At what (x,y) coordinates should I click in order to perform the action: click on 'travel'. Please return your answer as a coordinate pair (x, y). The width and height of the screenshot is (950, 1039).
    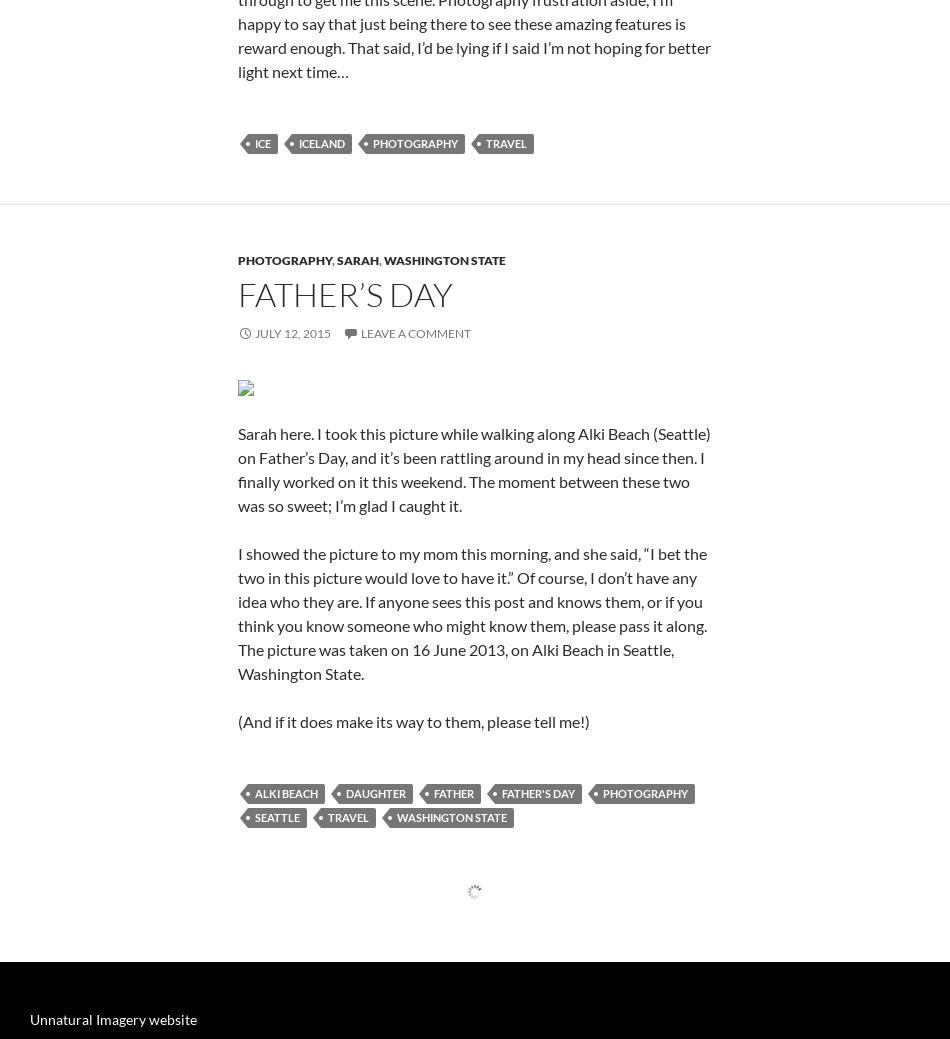
    Looking at the image, I should click on (506, 385).